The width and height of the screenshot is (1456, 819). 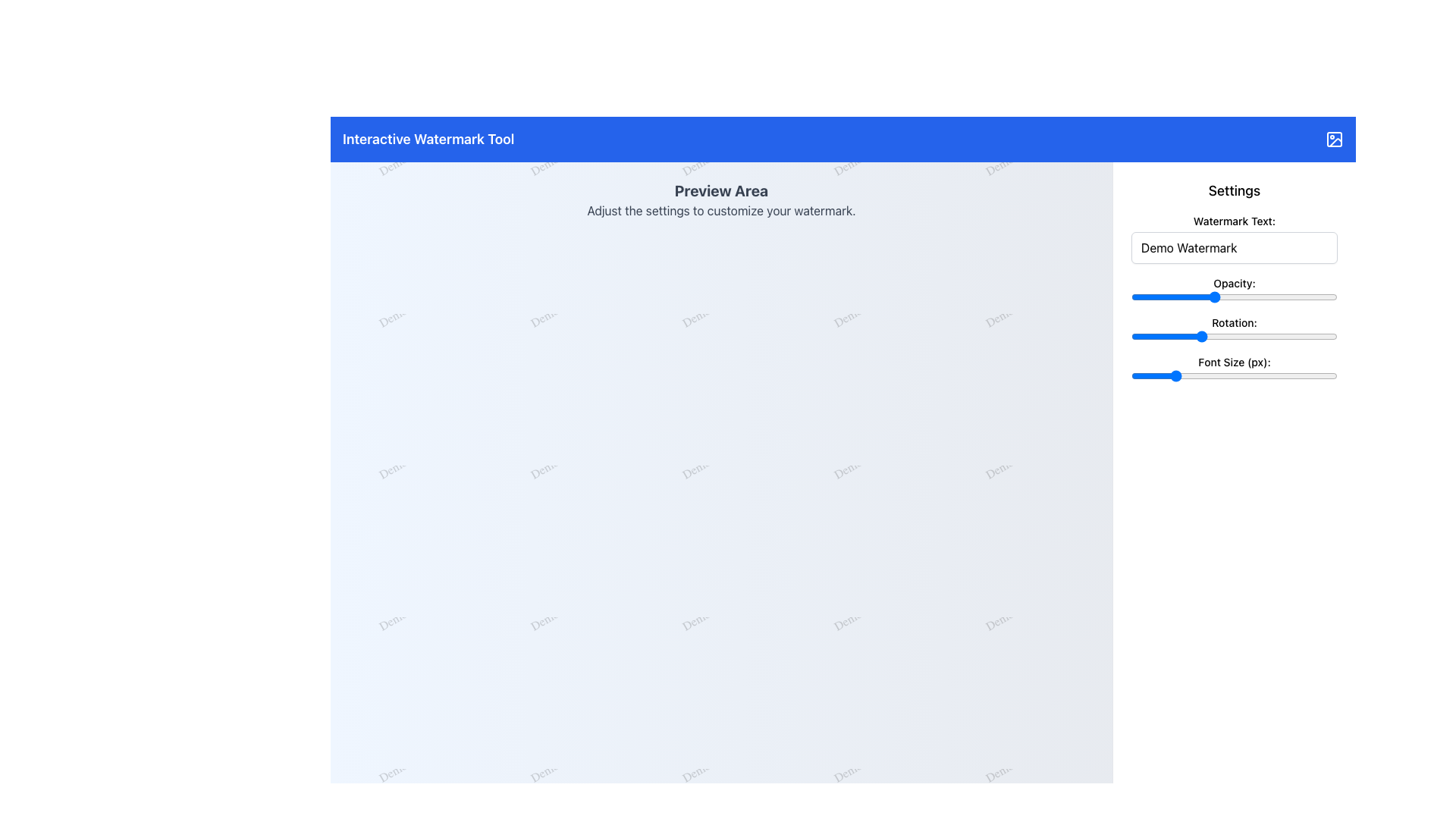 I want to click on font size, so click(x=1282, y=375).